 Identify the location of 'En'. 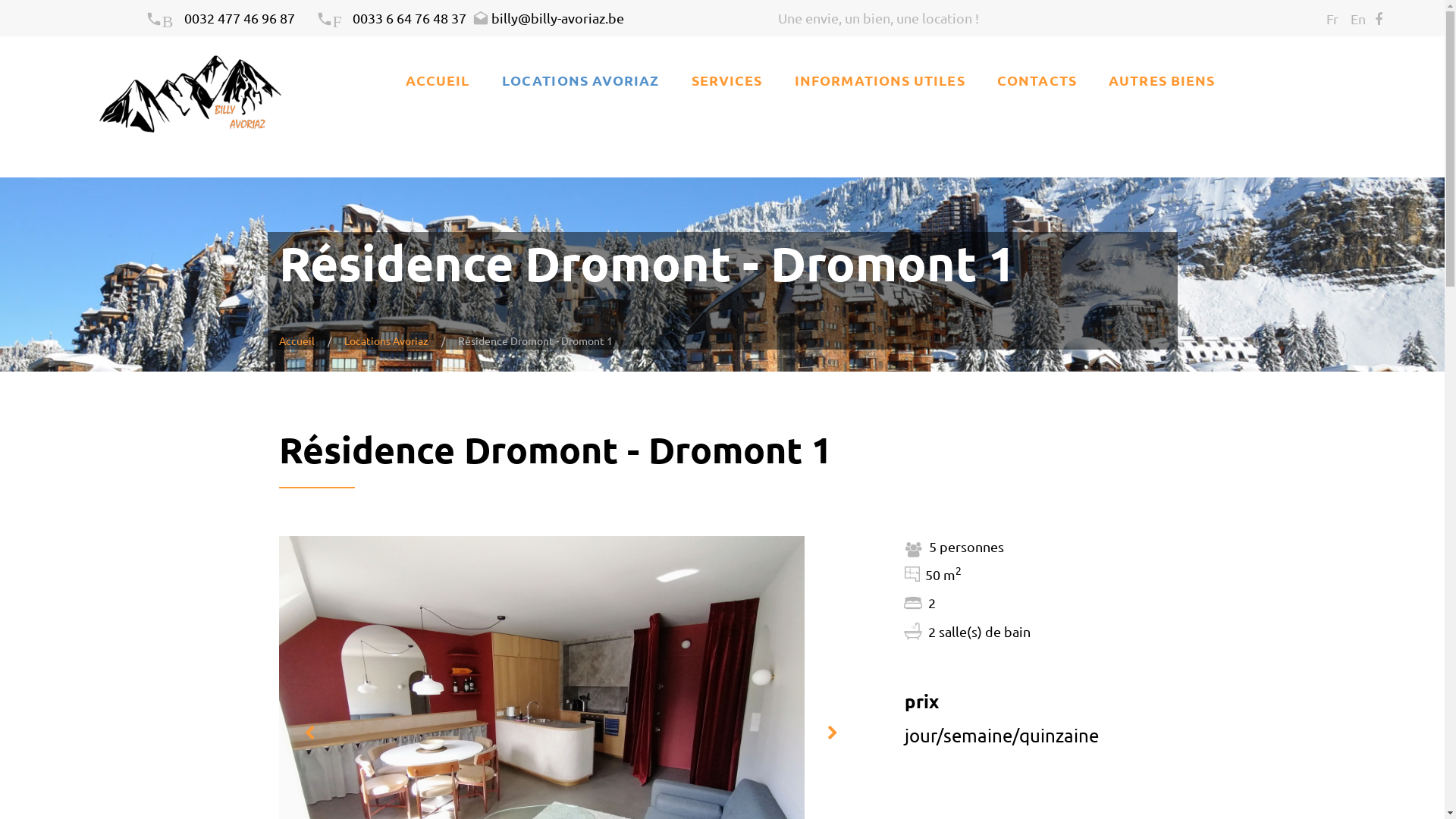
(1357, 18).